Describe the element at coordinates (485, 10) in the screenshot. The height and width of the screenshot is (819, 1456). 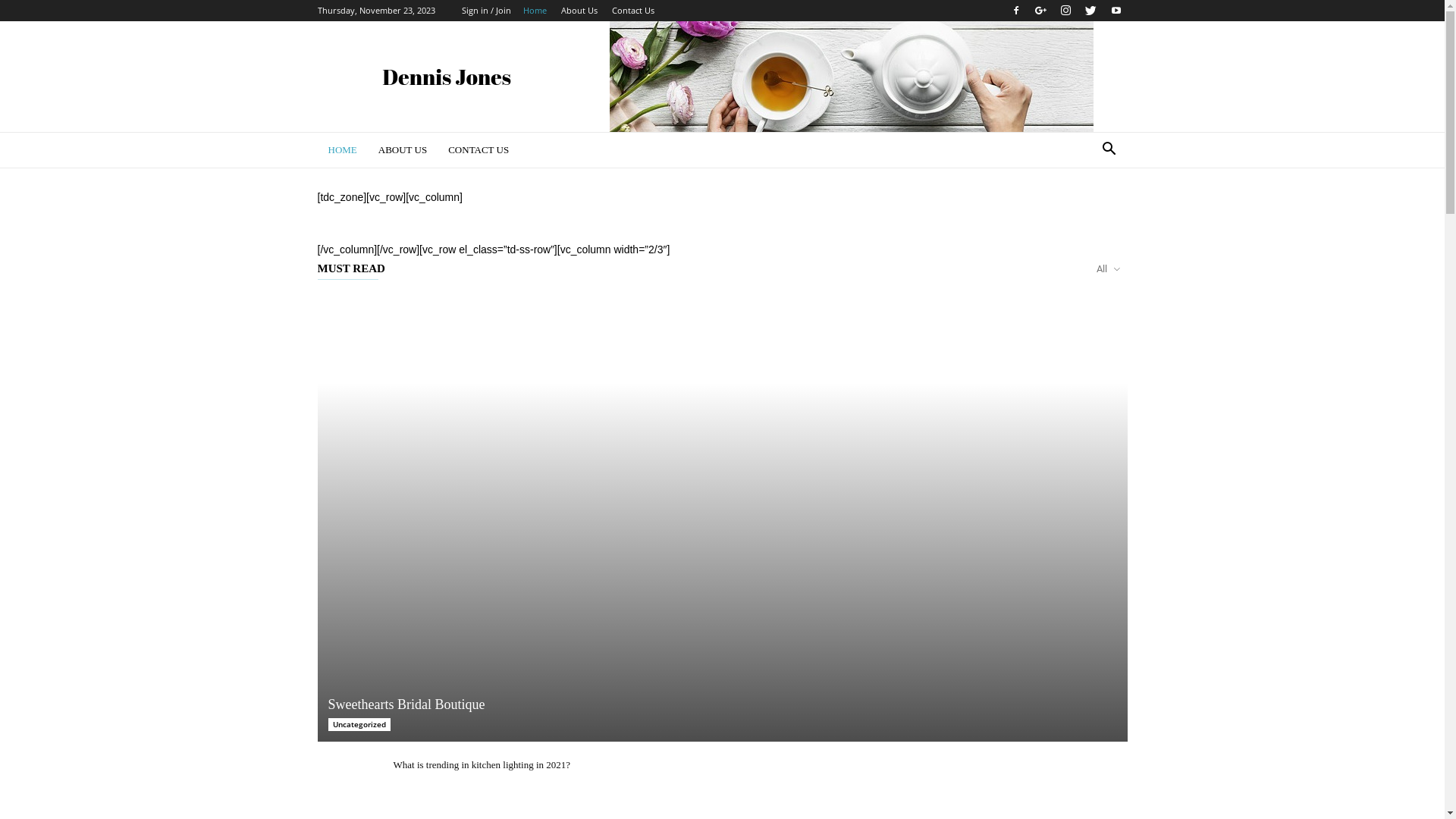
I see `'Sign in / Join'` at that location.